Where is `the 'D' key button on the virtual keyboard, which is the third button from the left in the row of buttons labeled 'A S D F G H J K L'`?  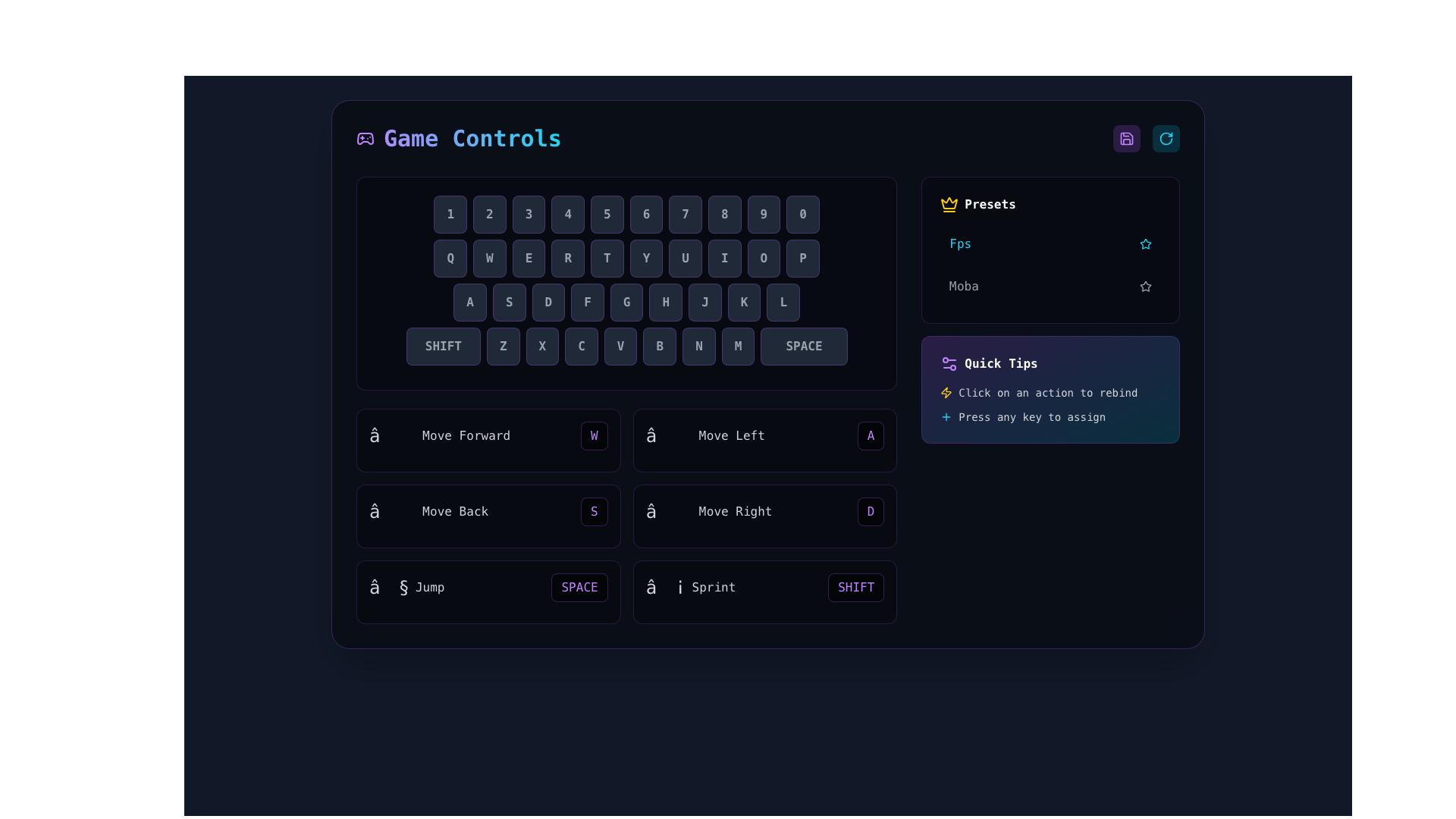 the 'D' key button on the virtual keyboard, which is the third button from the left in the row of buttons labeled 'A S D F G H J K L' is located at coordinates (548, 302).